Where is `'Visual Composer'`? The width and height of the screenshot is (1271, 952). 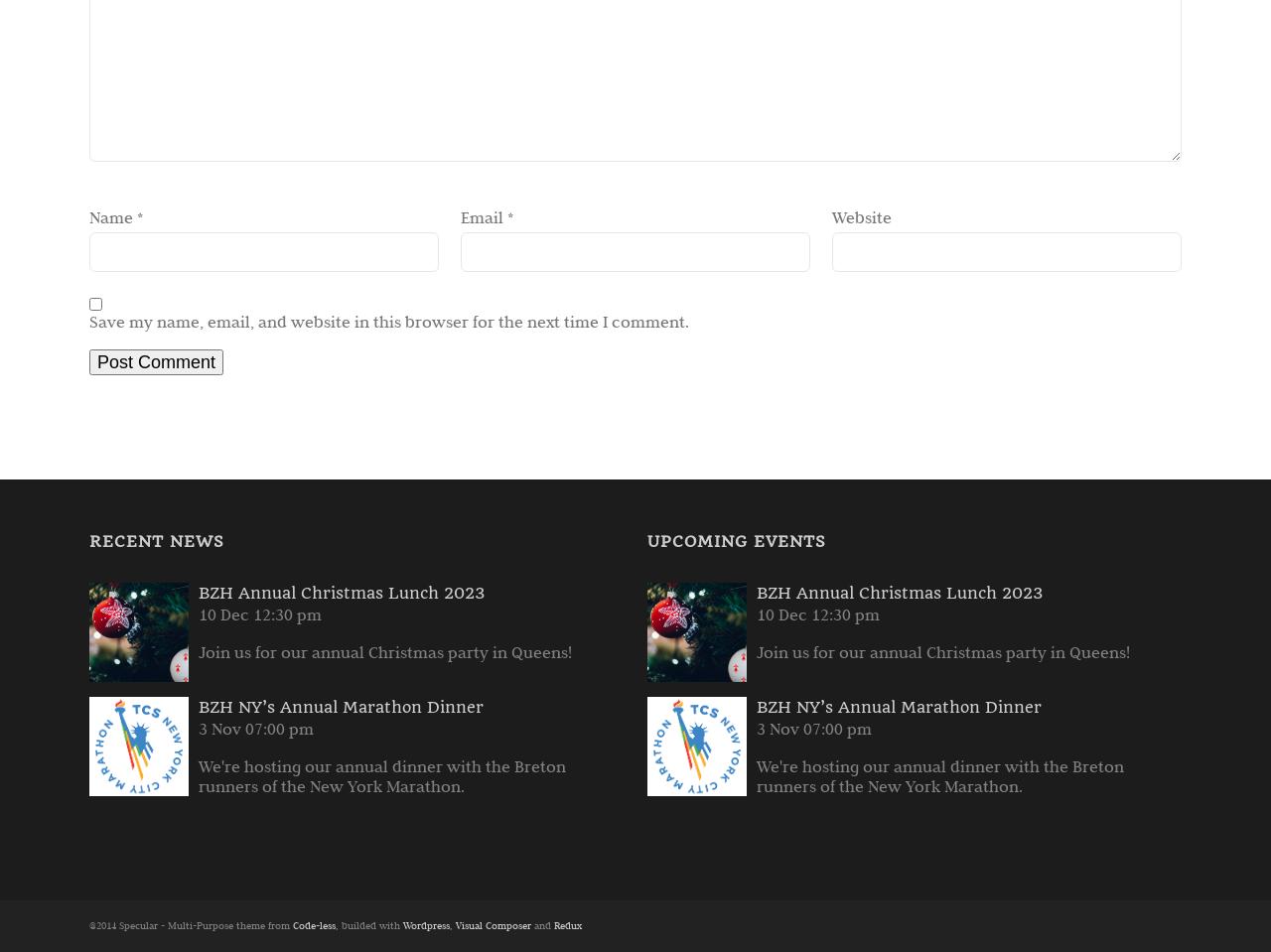
'Visual Composer' is located at coordinates (455, 924).